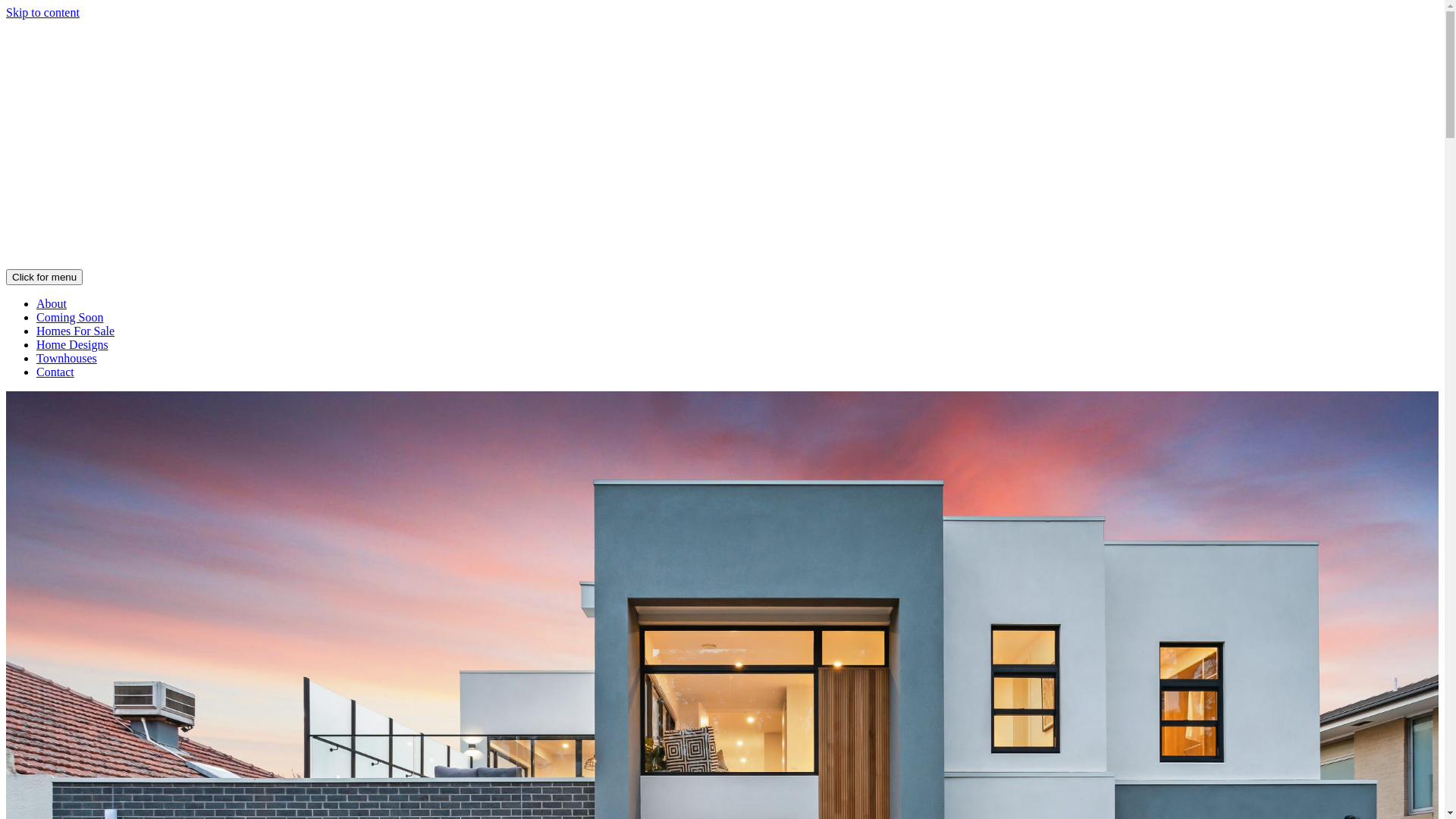  Describe the element at coordinates (44, 277) in the screenshot. I see `'Click for menu'` at that location.